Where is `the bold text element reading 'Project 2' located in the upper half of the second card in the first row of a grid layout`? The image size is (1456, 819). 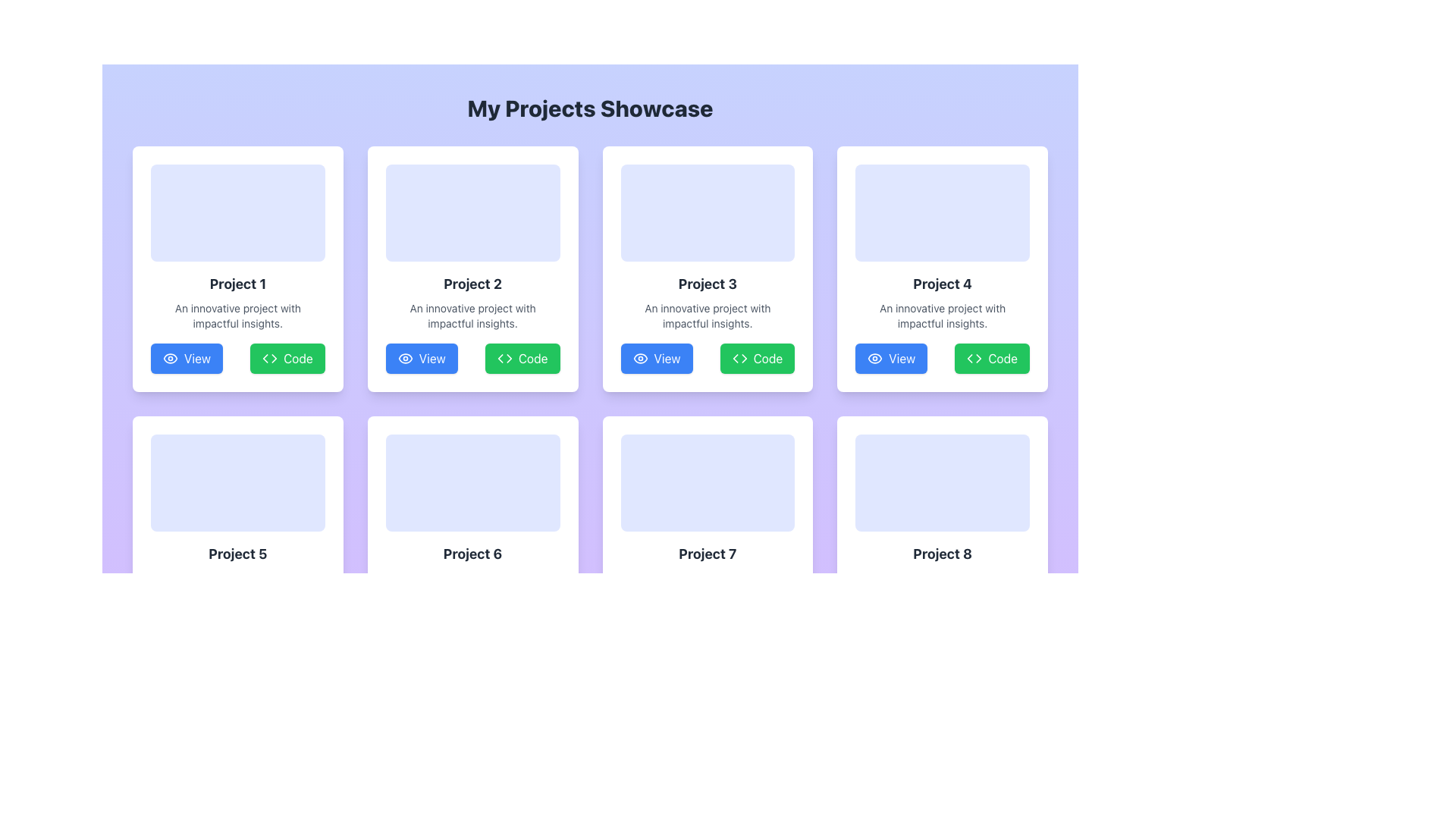
the bold text element reading 'Project 2' located in the upper half of the second card in the first row of a grid layout is located at coordinates (472, 284).